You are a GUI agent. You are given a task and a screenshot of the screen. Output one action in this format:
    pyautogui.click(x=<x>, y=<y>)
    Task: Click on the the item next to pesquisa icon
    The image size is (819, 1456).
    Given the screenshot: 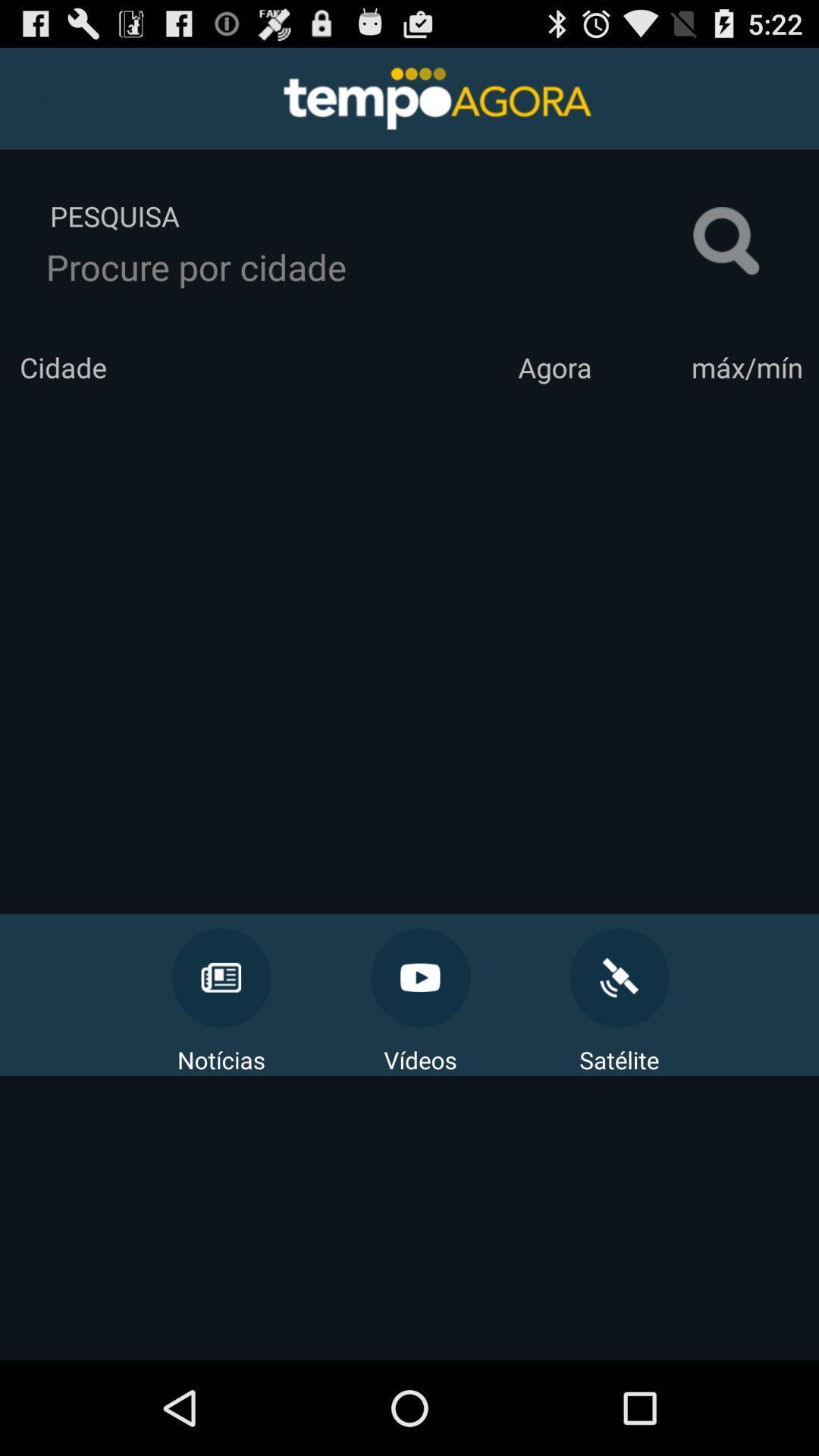 What is the action you would take?
    pyautogui.click(x=725, y=240)
    